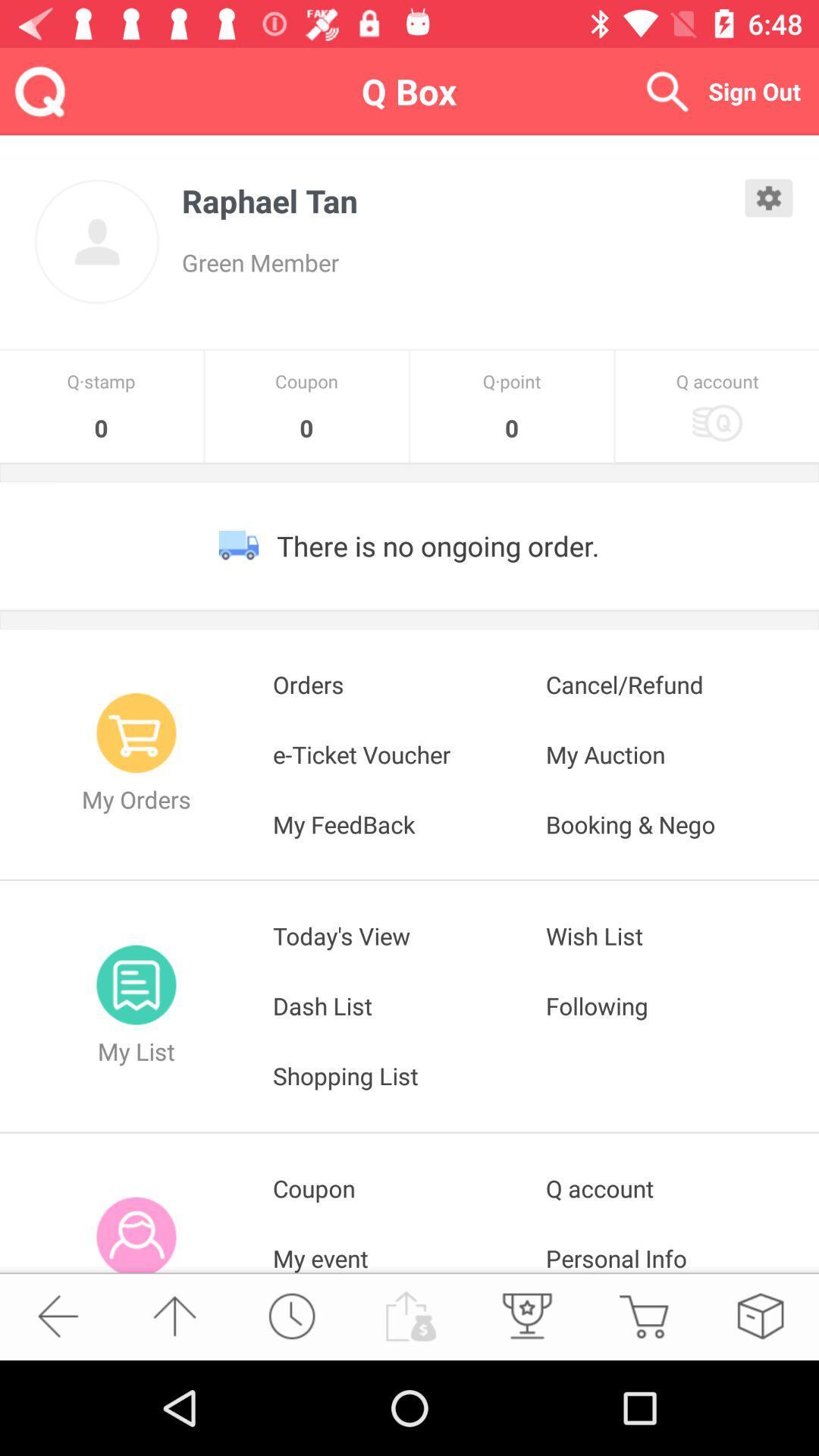  What do you see at coordinates (174, 1315) in the screenshot?
I see `the arrow_upward icon` at bounding box center [174, 1315].